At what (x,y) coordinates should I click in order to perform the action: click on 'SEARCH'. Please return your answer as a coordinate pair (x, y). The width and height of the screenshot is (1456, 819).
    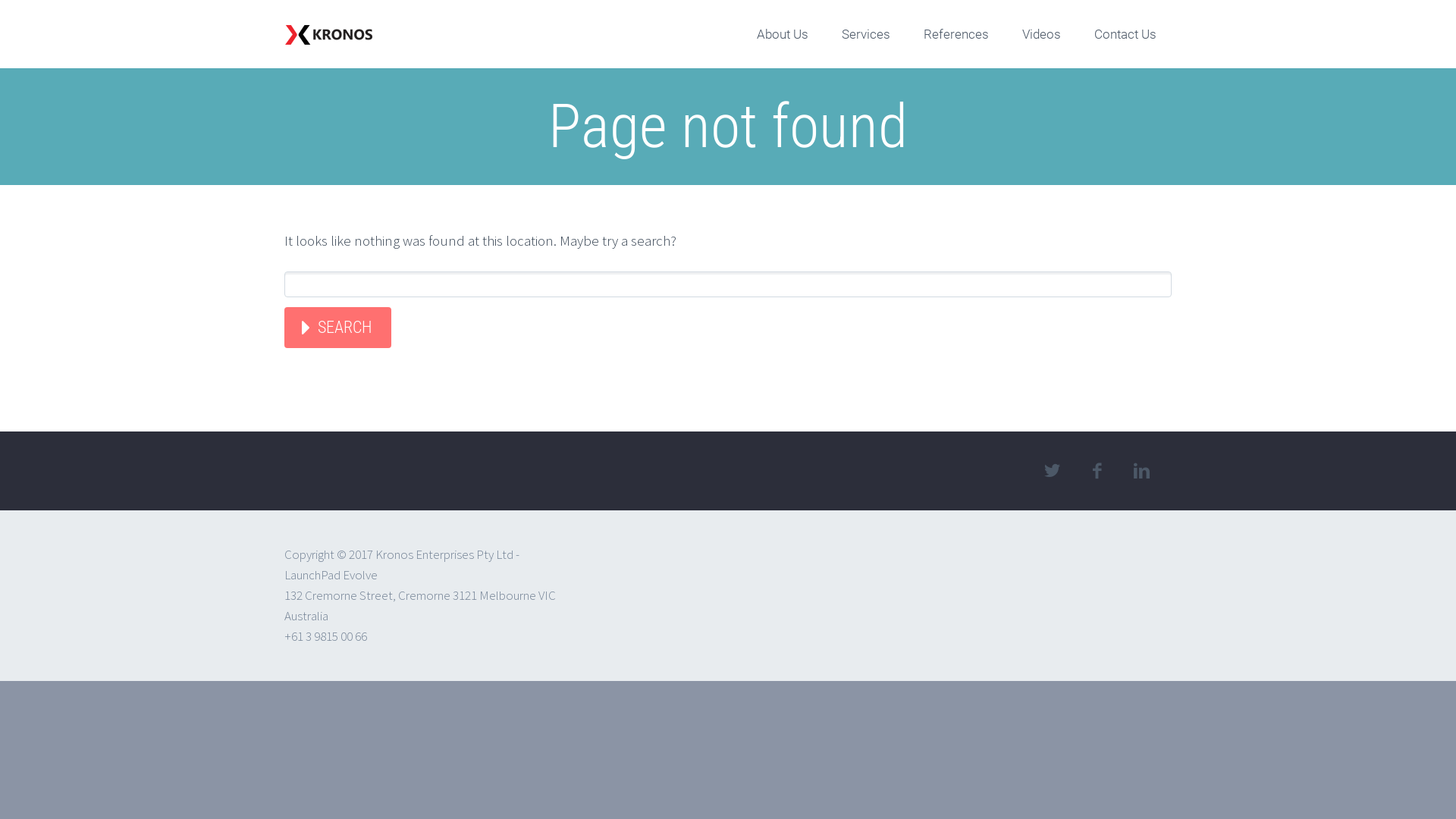
    Looking at the image, I should click on (284, 327).